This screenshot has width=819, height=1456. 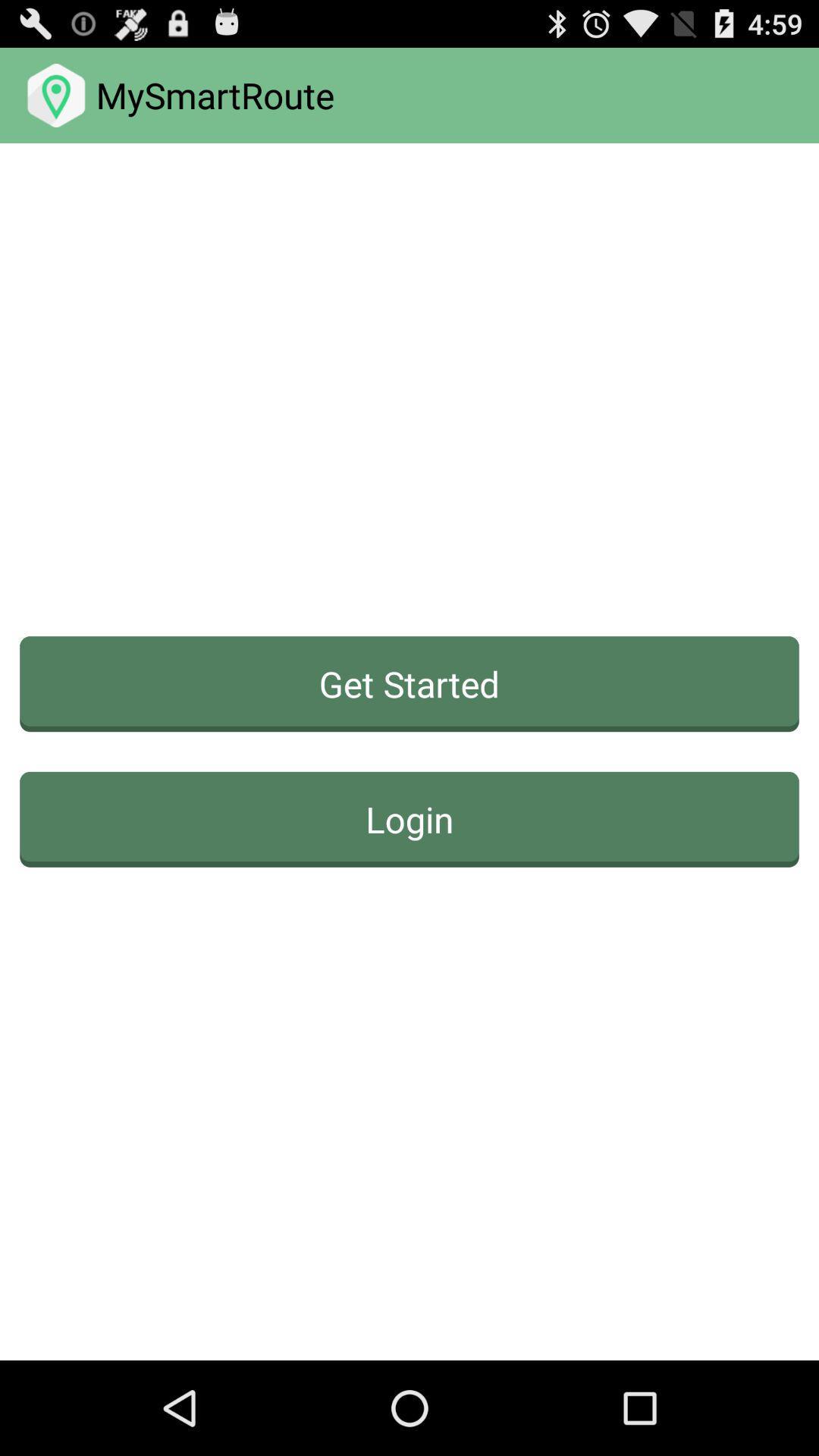 What do you see at coordinates (409, 683) in the screenshot?
I see `get started` at bounding box center [409, 683].